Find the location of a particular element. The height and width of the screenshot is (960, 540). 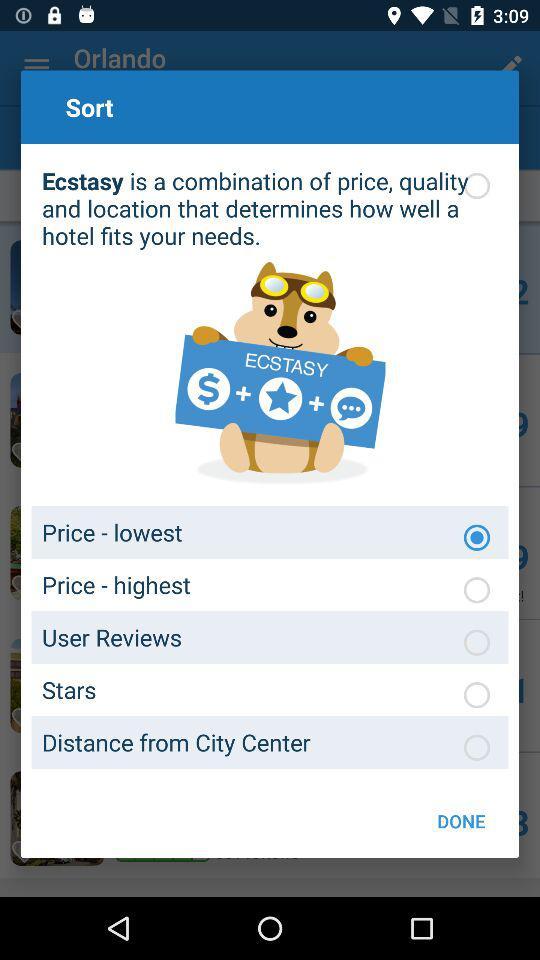

another assortment option is located at coordinates (475, 746).